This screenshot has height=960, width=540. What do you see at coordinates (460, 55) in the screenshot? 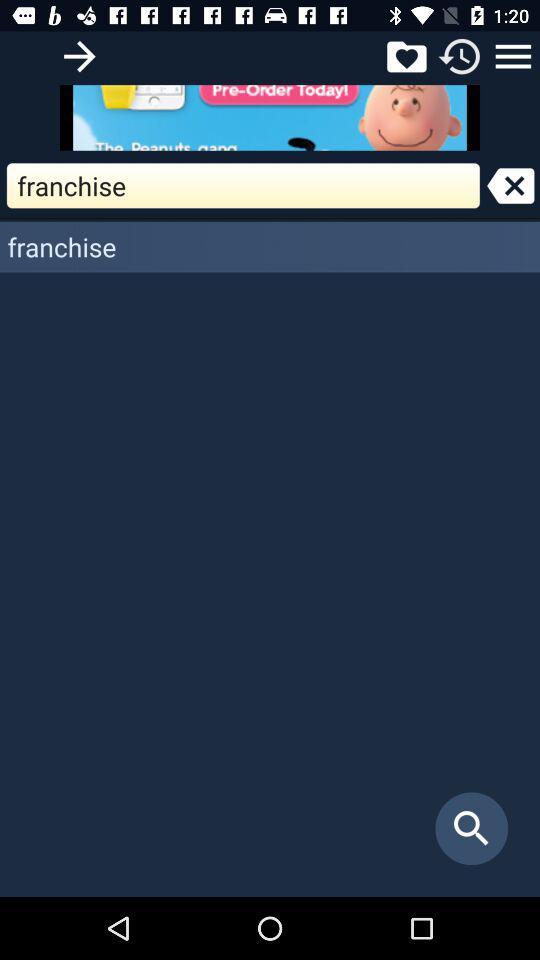
I see `refresh` at bounding box center [460, 55].